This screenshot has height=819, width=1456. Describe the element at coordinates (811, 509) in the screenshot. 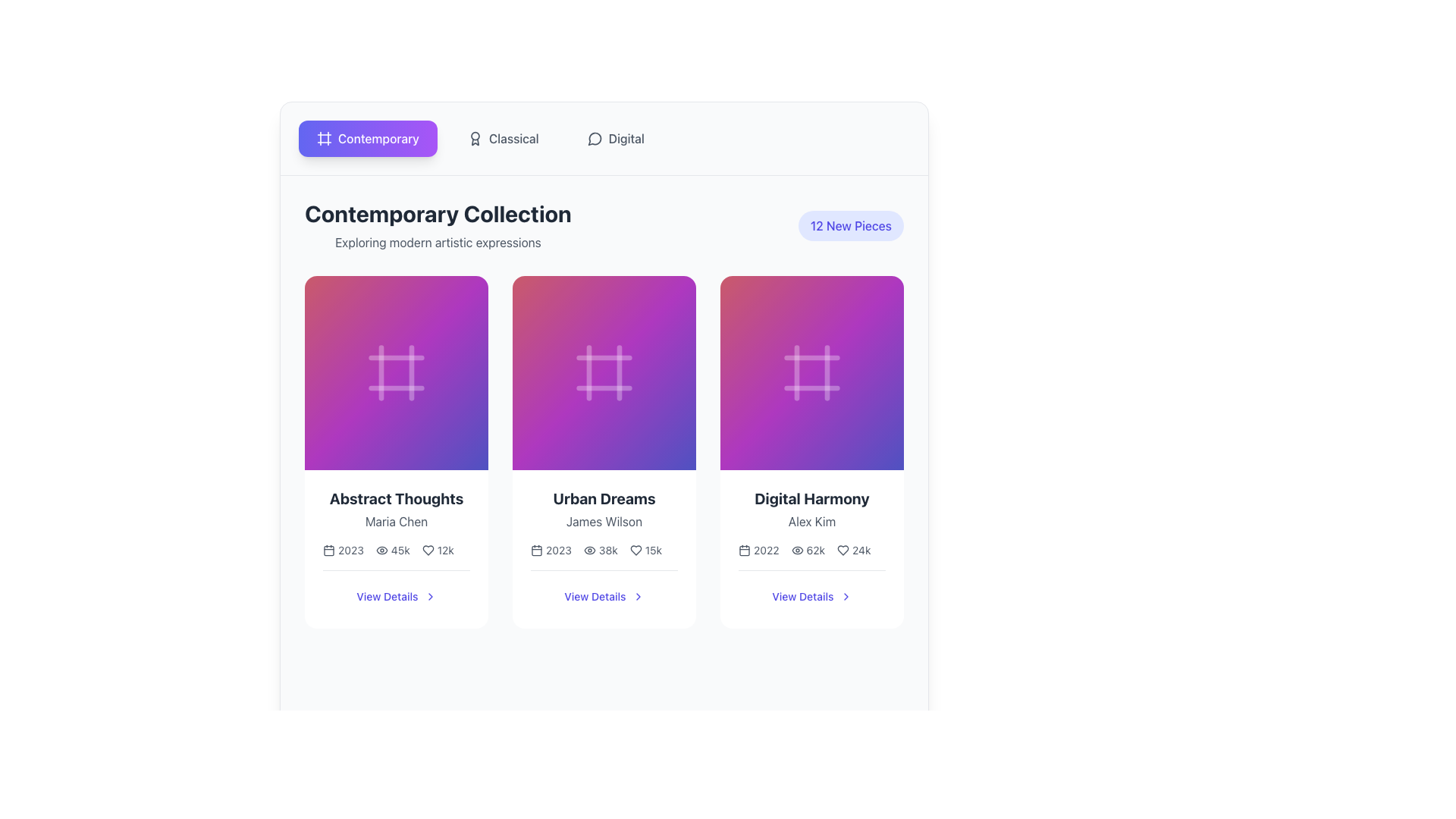

I see `the text block element titled 'Digital Harmony' by Alex Kim, which is located in the third box of a series, directly to the right of the 'Urban Dreams' box` at that location.